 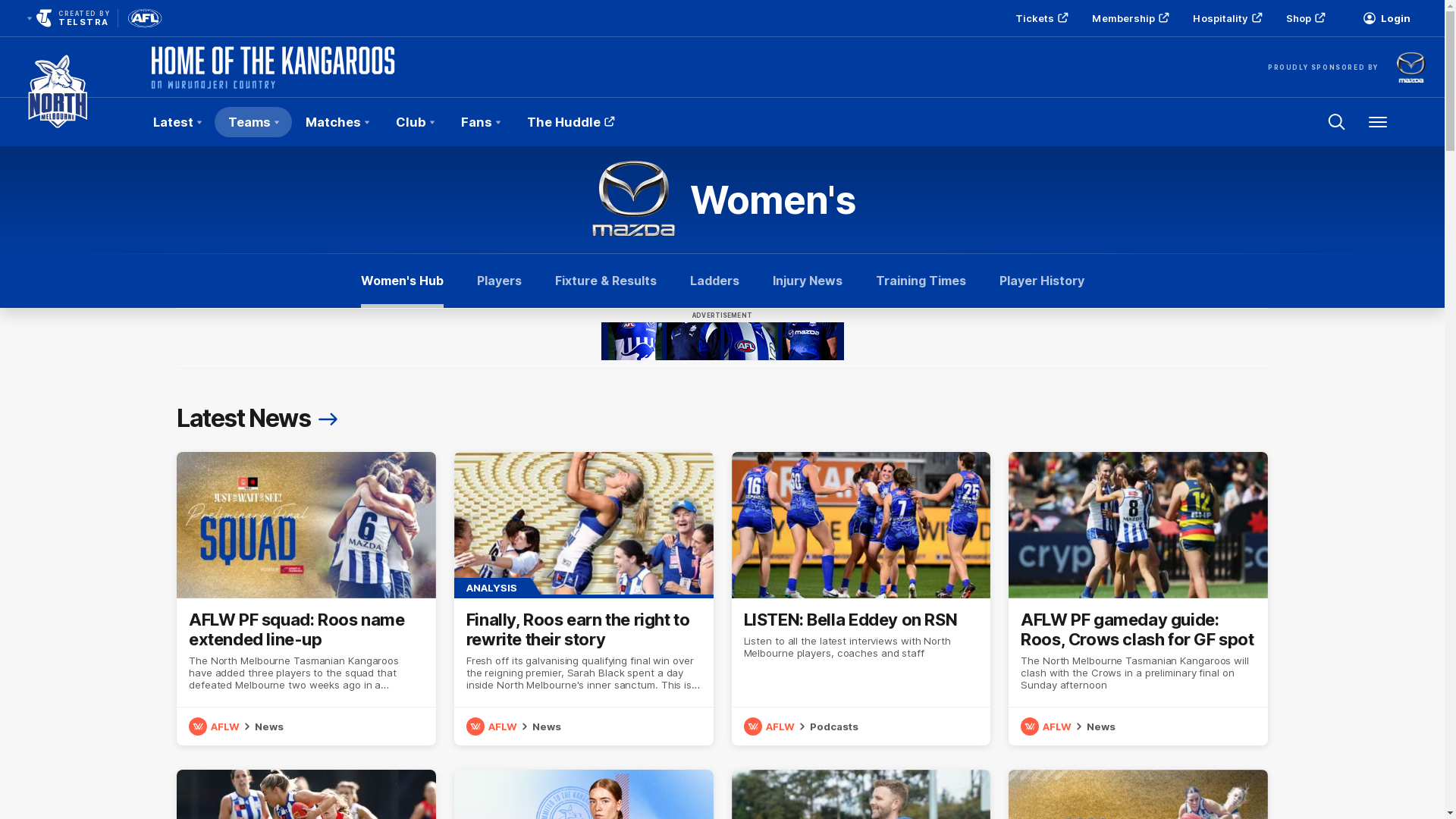 I want to click on 'Training Times', so click(x=919, y=281).